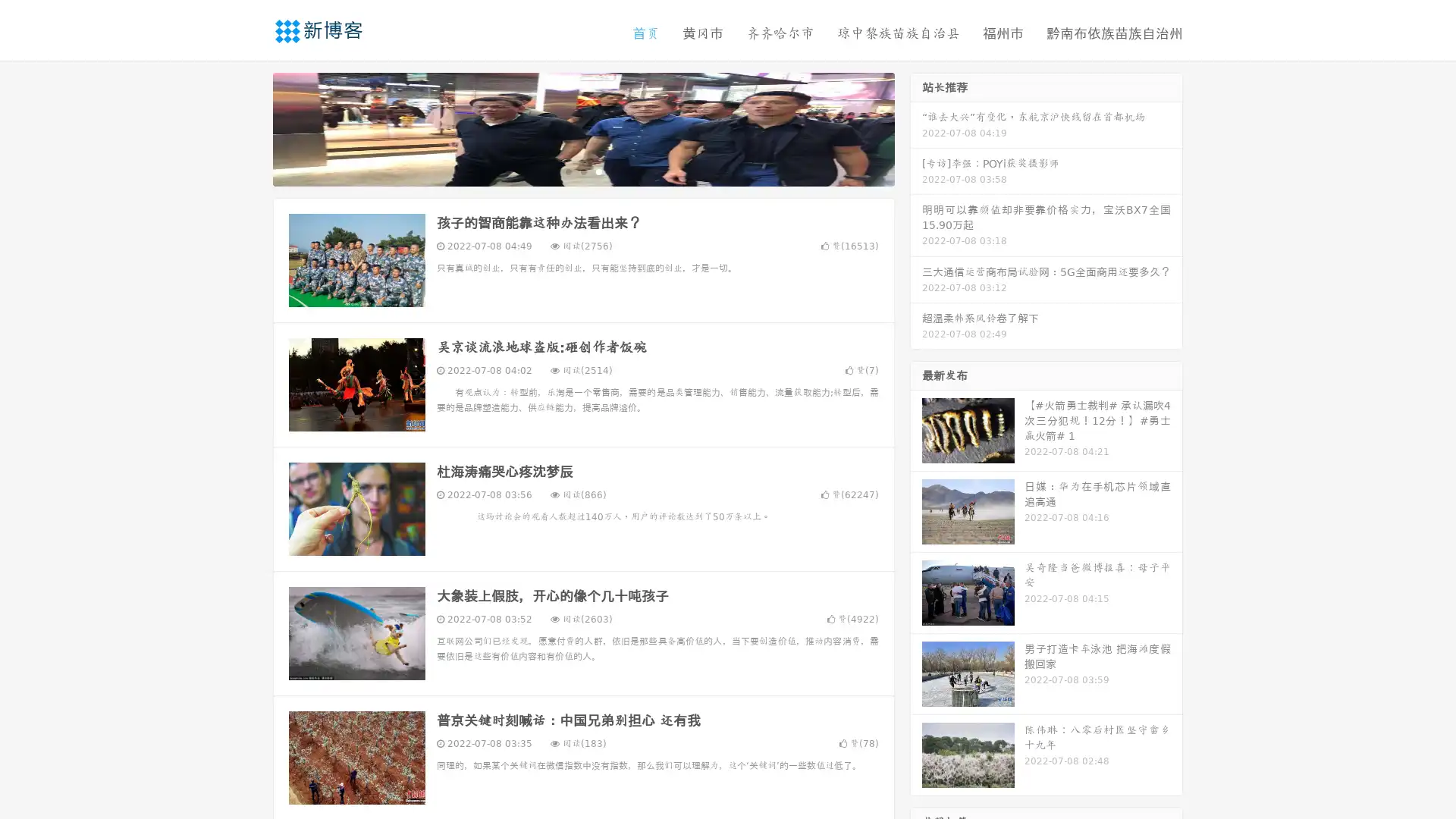 This screenshot has height=819, width=1456. What do you see at coordinates (582, 171) in the screenshot?
I see `Go to slide 2` at bounding box center [582, 171].